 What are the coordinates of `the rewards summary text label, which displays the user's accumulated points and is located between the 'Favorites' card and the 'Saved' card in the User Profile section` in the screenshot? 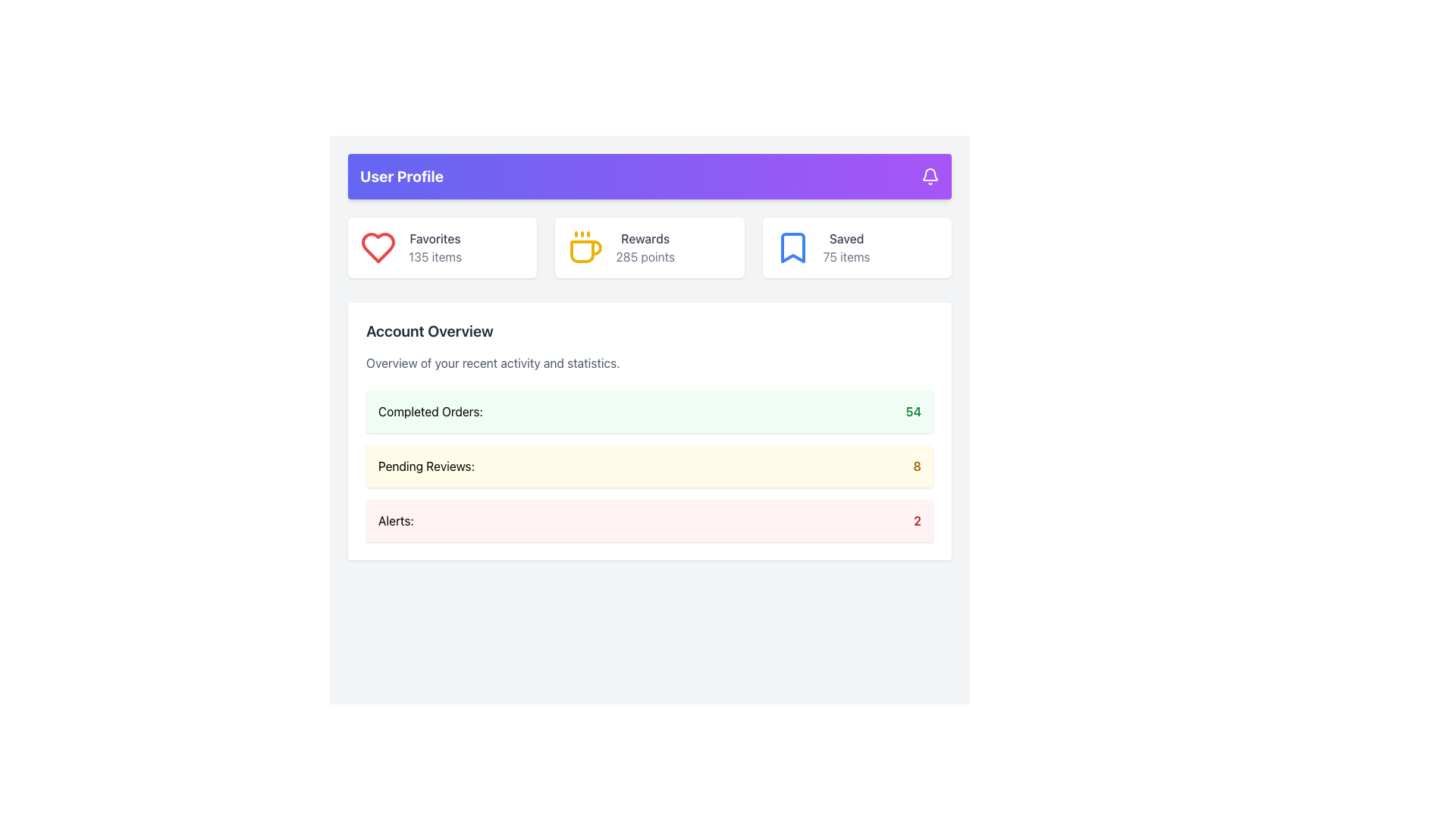 It's located at (645, 247).